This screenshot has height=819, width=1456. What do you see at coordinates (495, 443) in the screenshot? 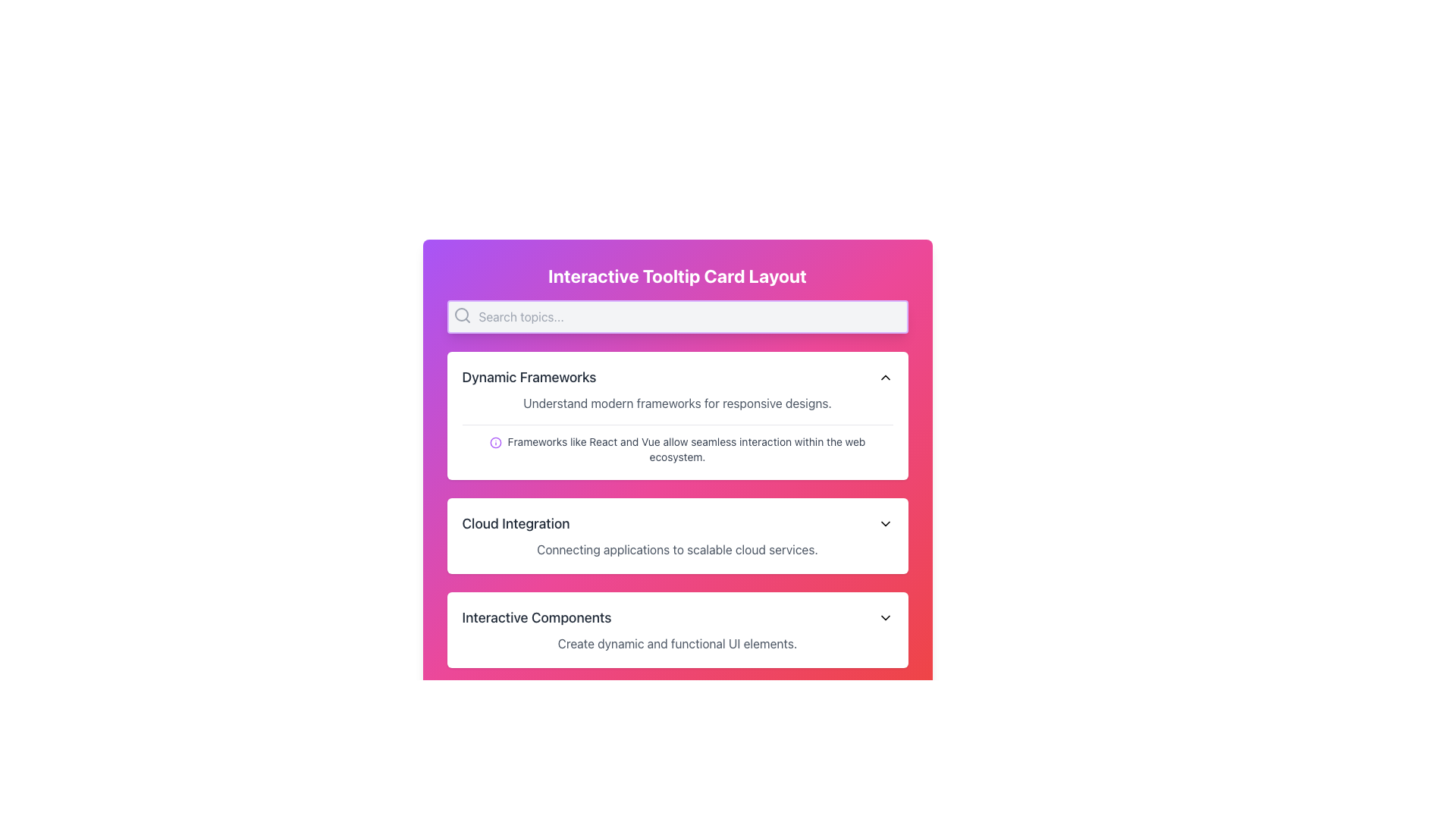
I see `the inner structure of the icon that is centrally placed within the icon graphic, located to the left of the 'Dynamic Frameworks' header` at bounding box center [495, 443].